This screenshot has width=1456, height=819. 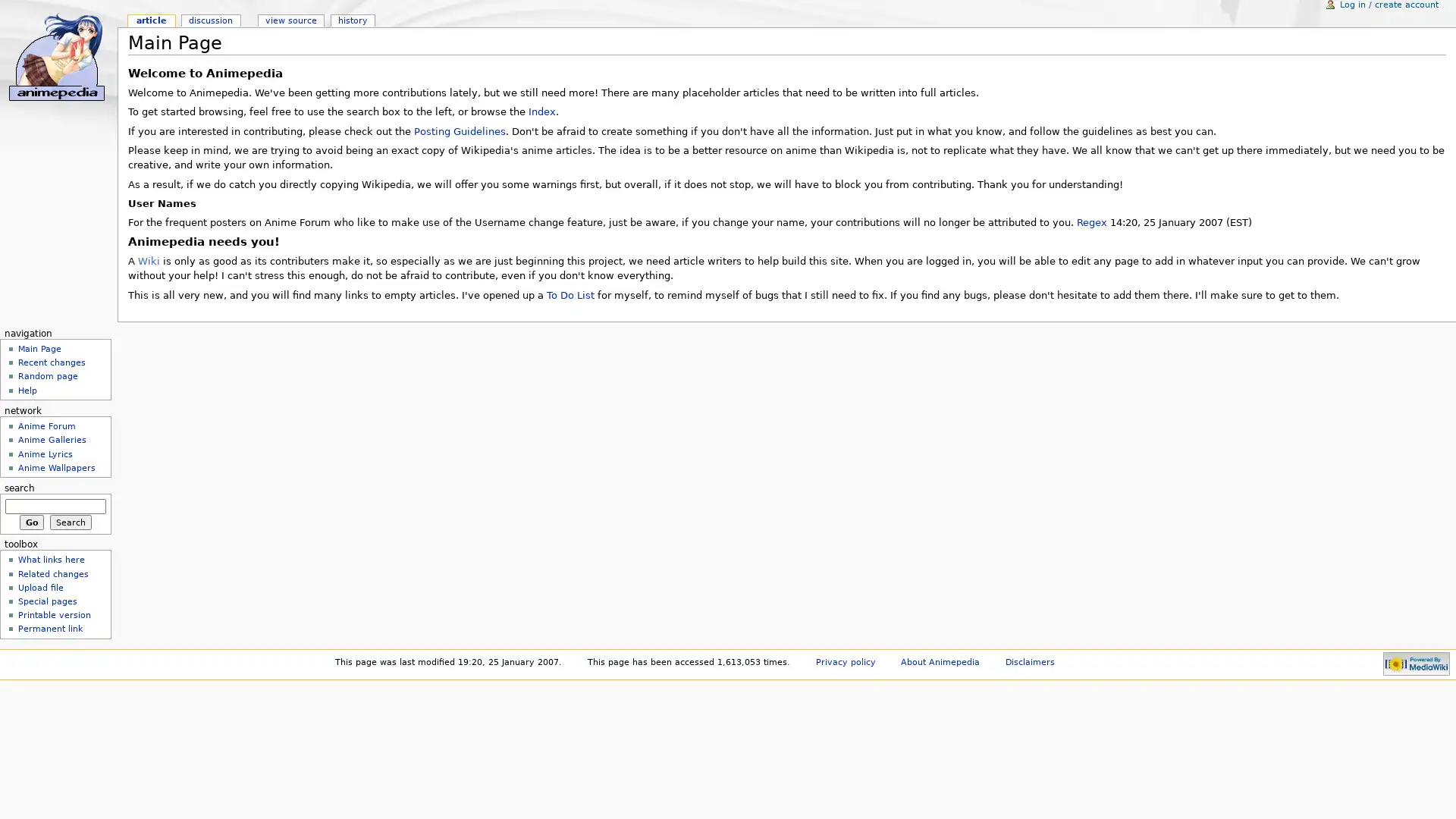 I want to click on Search, so click(x=70, y=520).